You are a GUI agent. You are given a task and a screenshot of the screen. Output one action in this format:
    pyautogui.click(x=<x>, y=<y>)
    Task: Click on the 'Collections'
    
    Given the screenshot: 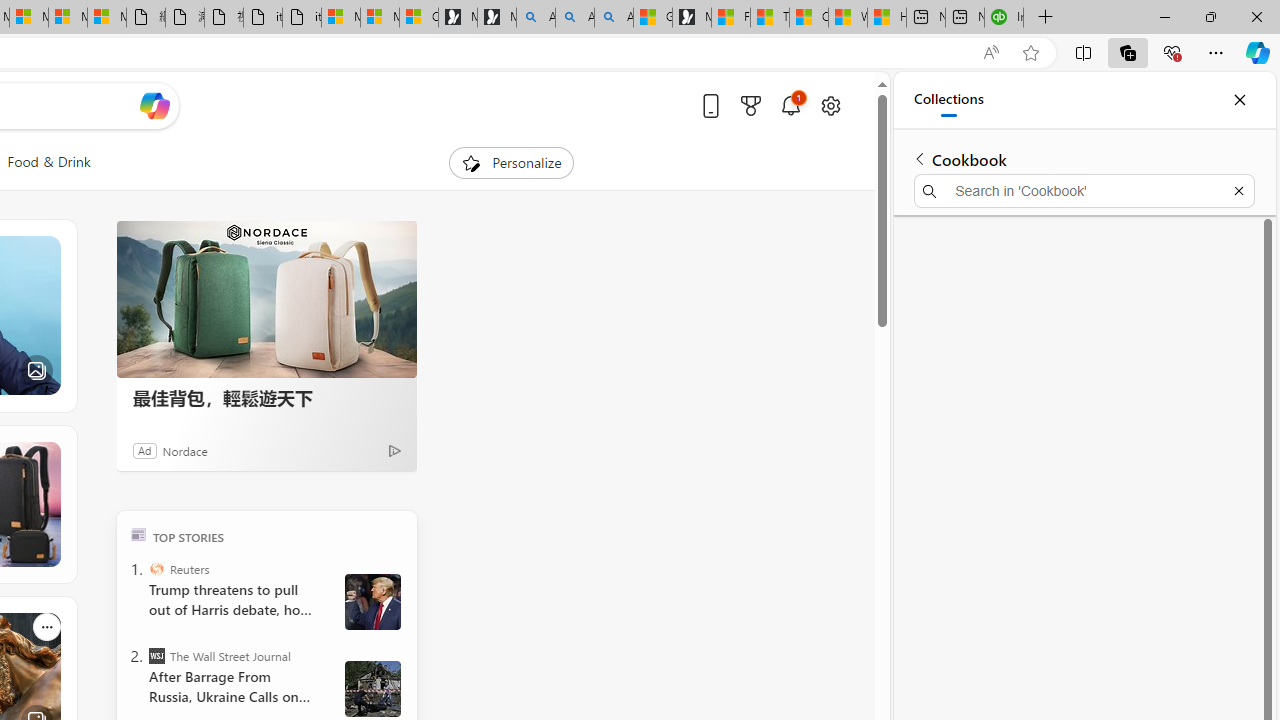 What is the action you would take?
    pyautogui.click(x=948, y=100)
    